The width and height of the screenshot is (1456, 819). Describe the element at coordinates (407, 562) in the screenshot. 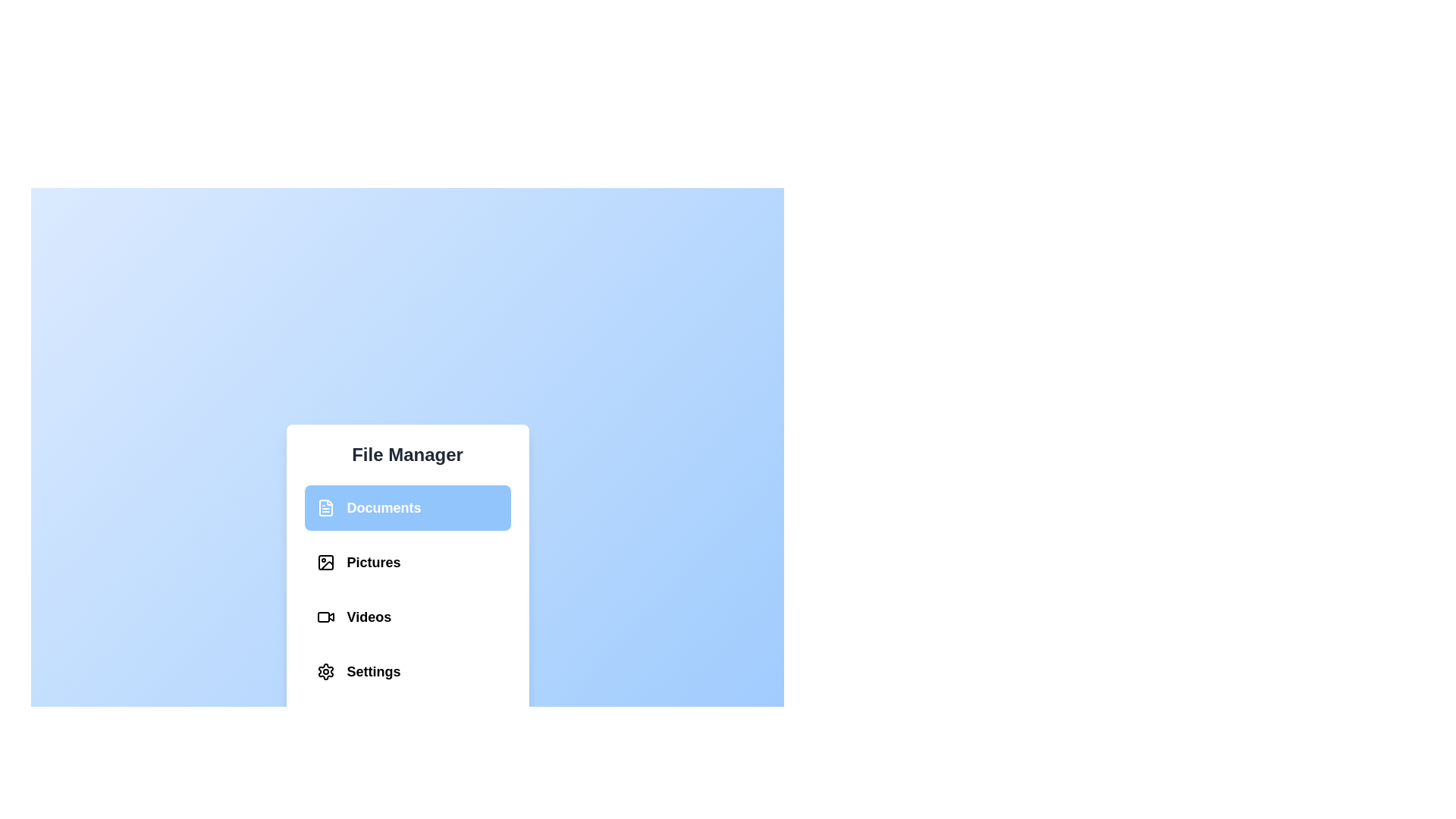

I see `the section Pictures from the list` at that location.